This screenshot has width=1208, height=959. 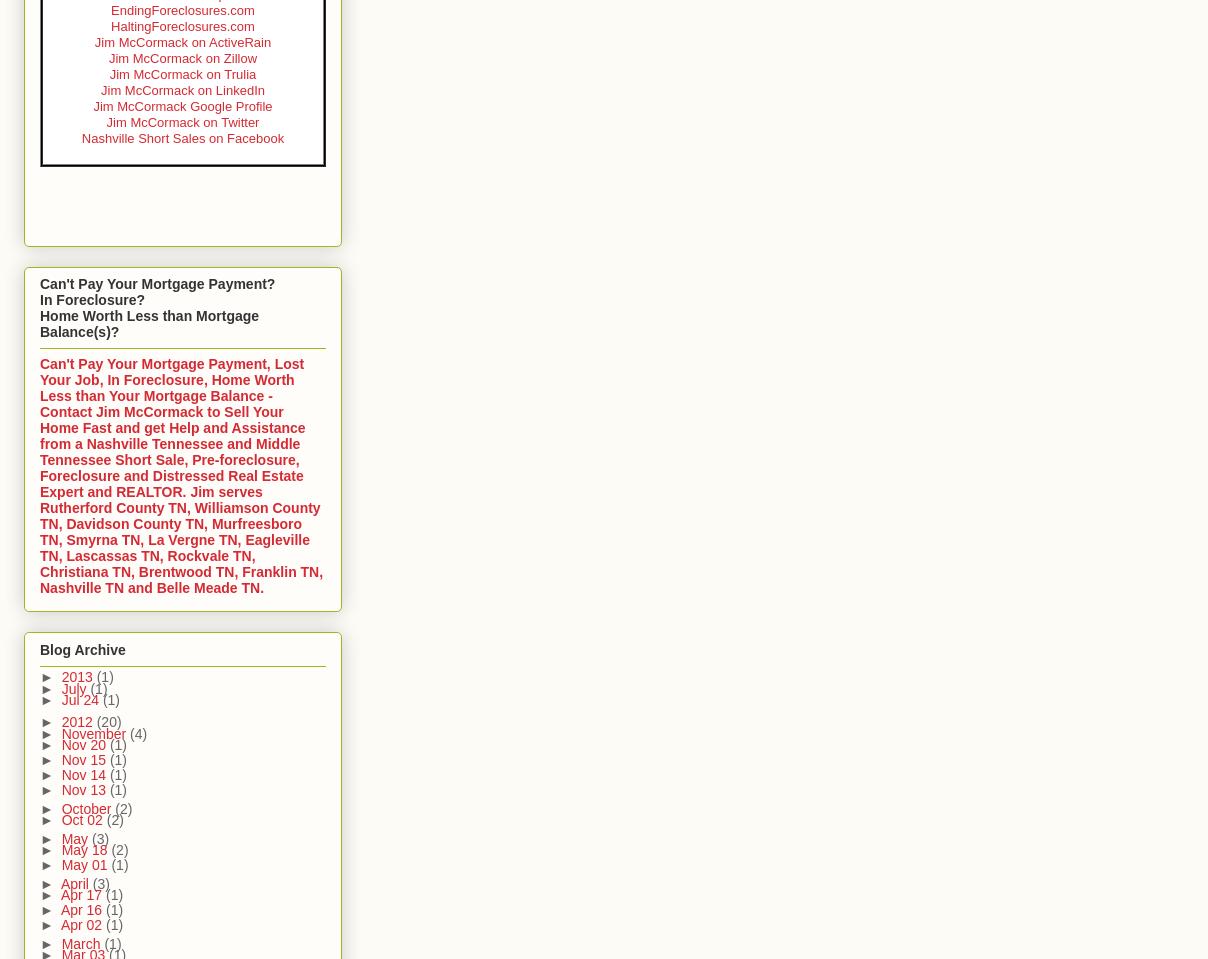 What do you see at coordinates (110, 9) in the screenshot?
I see `'EndingForeclosures.com'` at bounding box center [110, 9].